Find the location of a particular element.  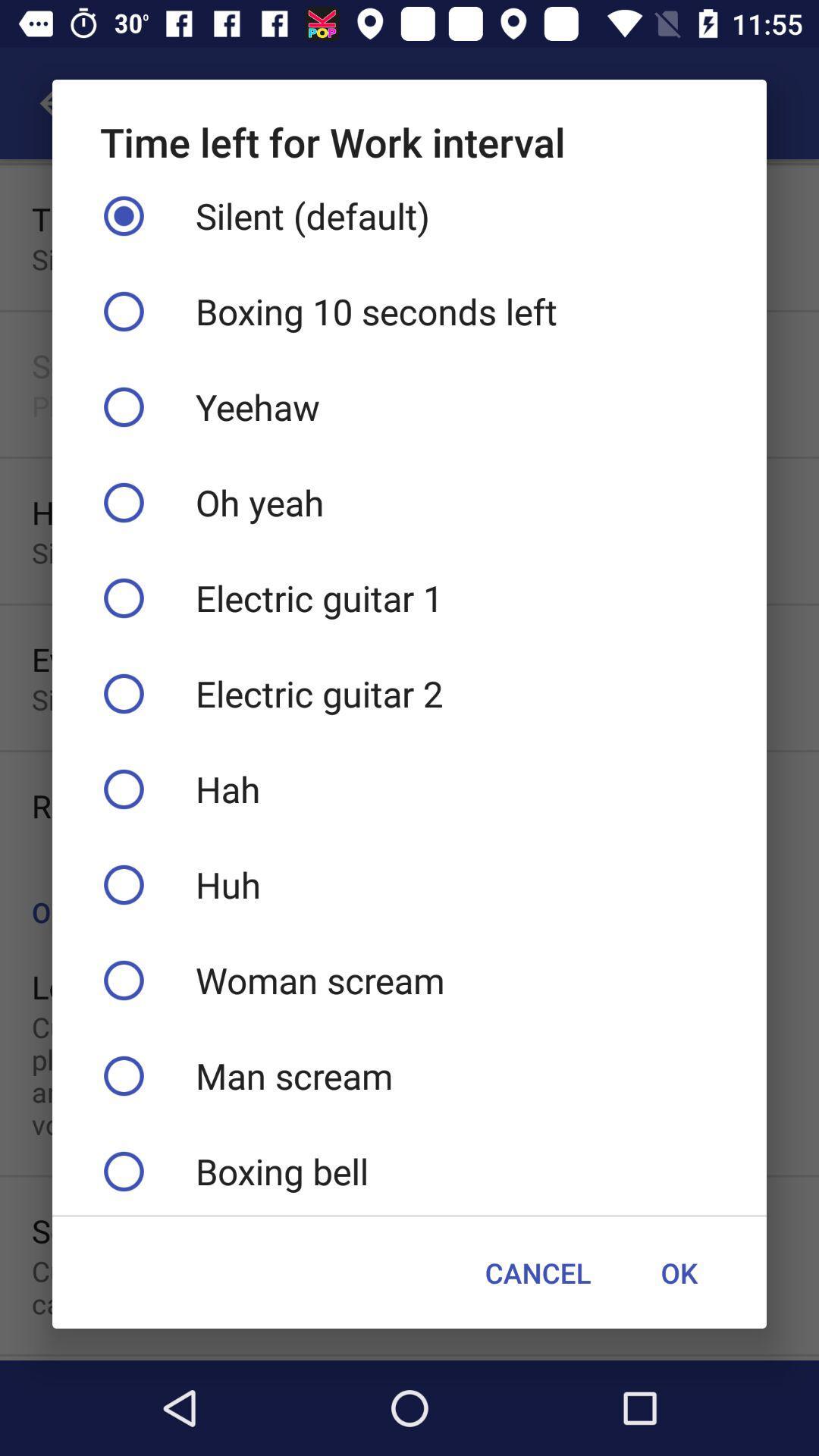

the item below boxing bell is located at coordinates (678, 1272).